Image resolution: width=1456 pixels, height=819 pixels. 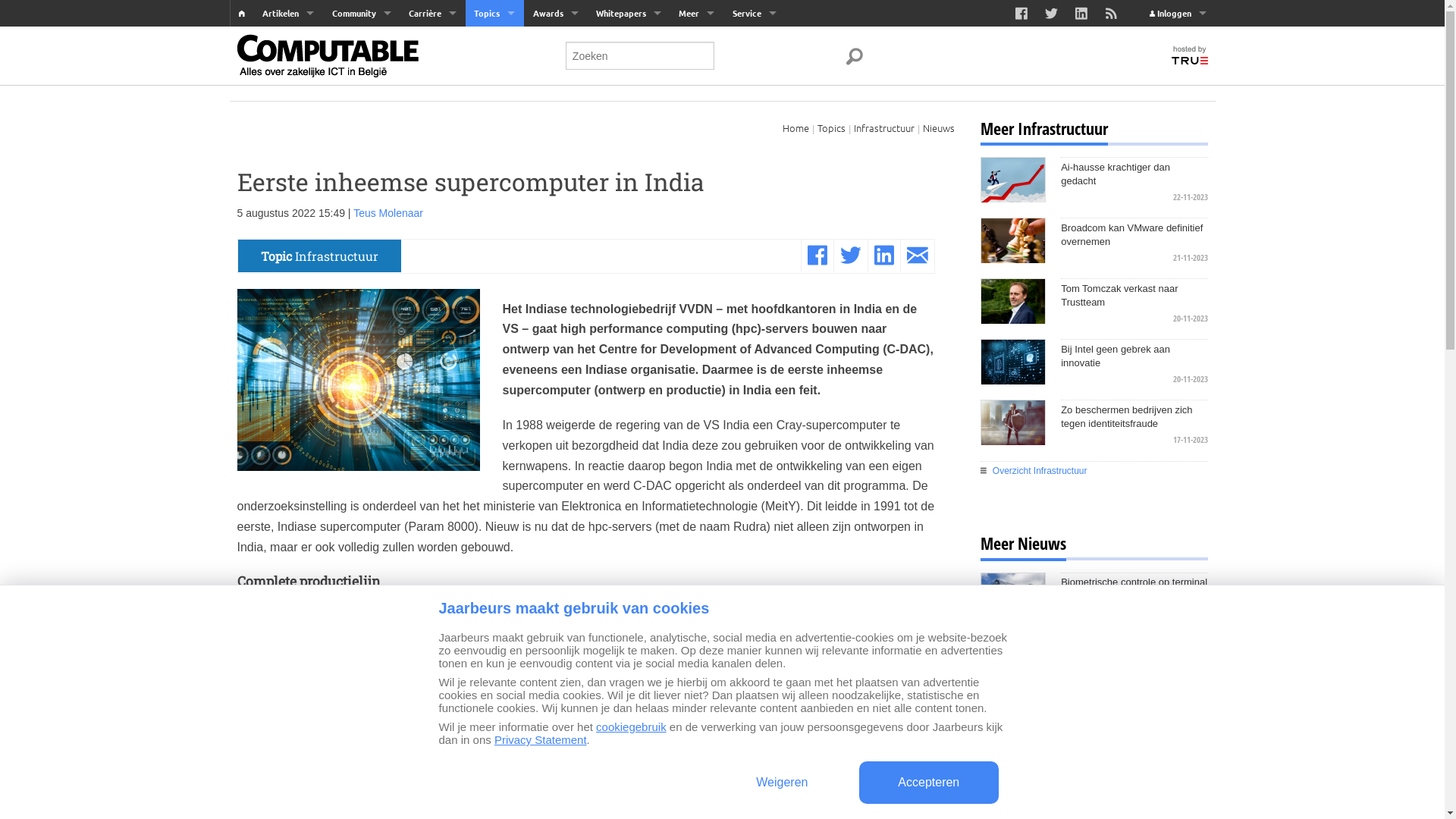 I want to click on 'Bij Intel geen gebrek aan innovatie', so click(x=1134, y=356).